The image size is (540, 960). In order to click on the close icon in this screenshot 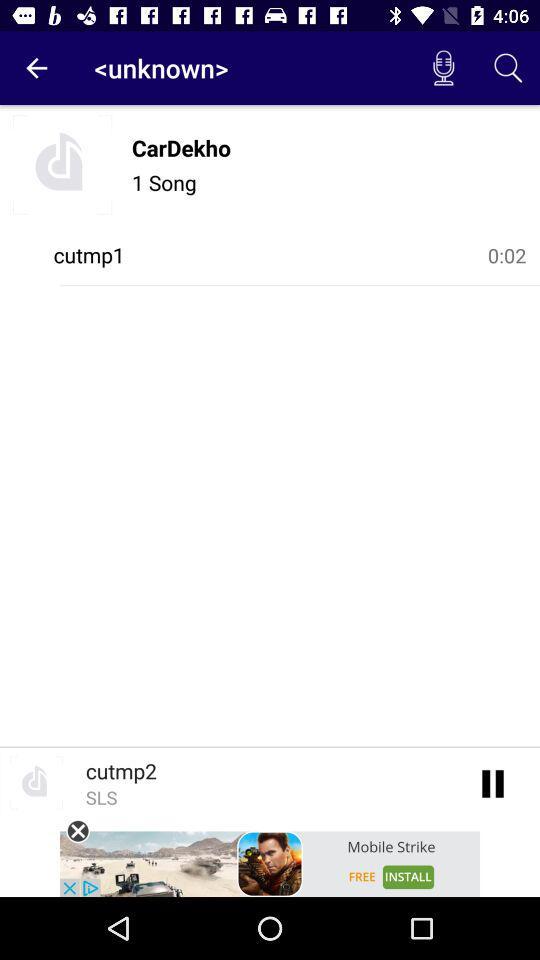, I will do `click(77, 831)`.